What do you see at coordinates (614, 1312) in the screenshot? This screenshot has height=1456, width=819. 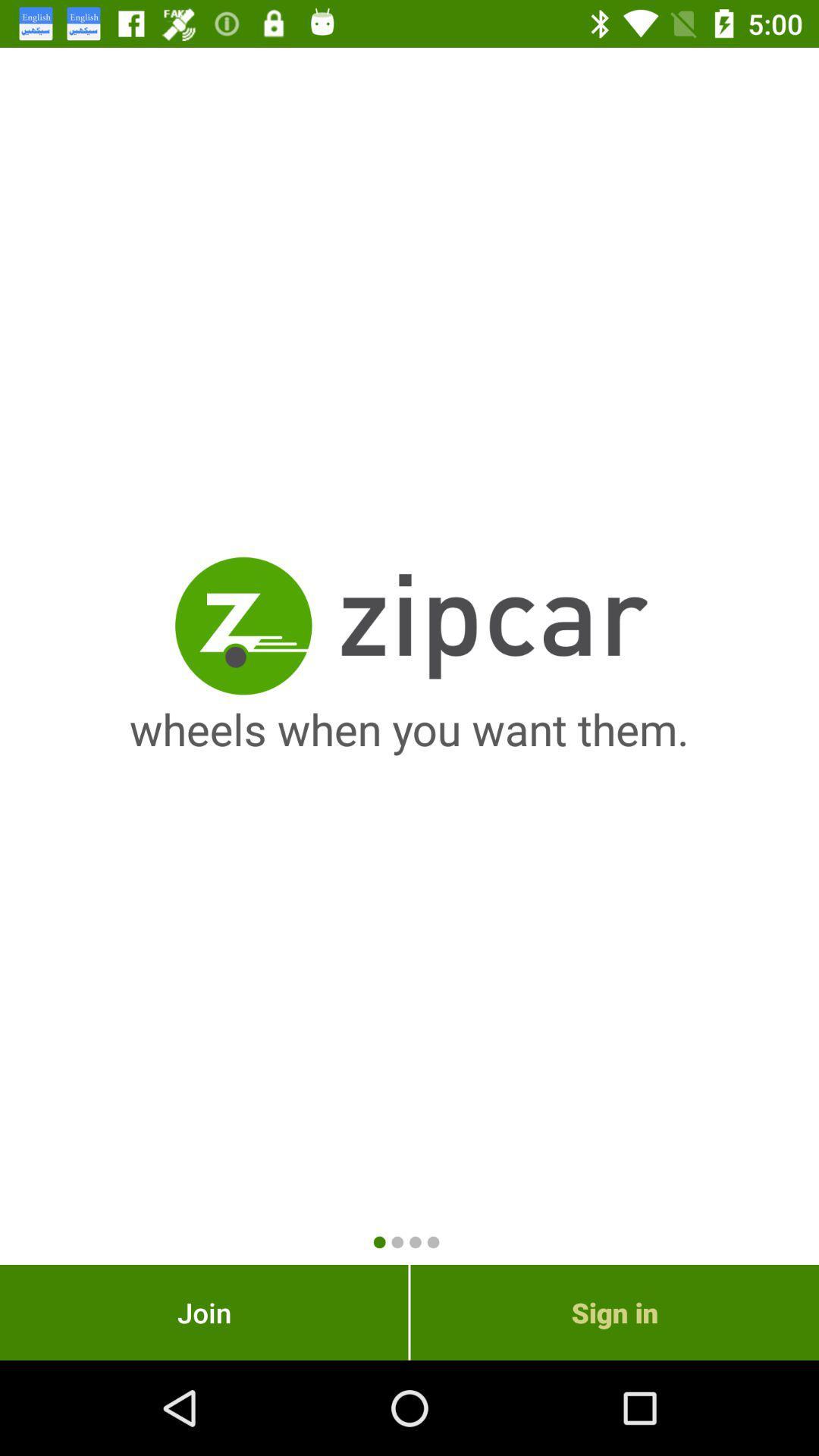 I see `sign in` at bounding box center [614, 1312].